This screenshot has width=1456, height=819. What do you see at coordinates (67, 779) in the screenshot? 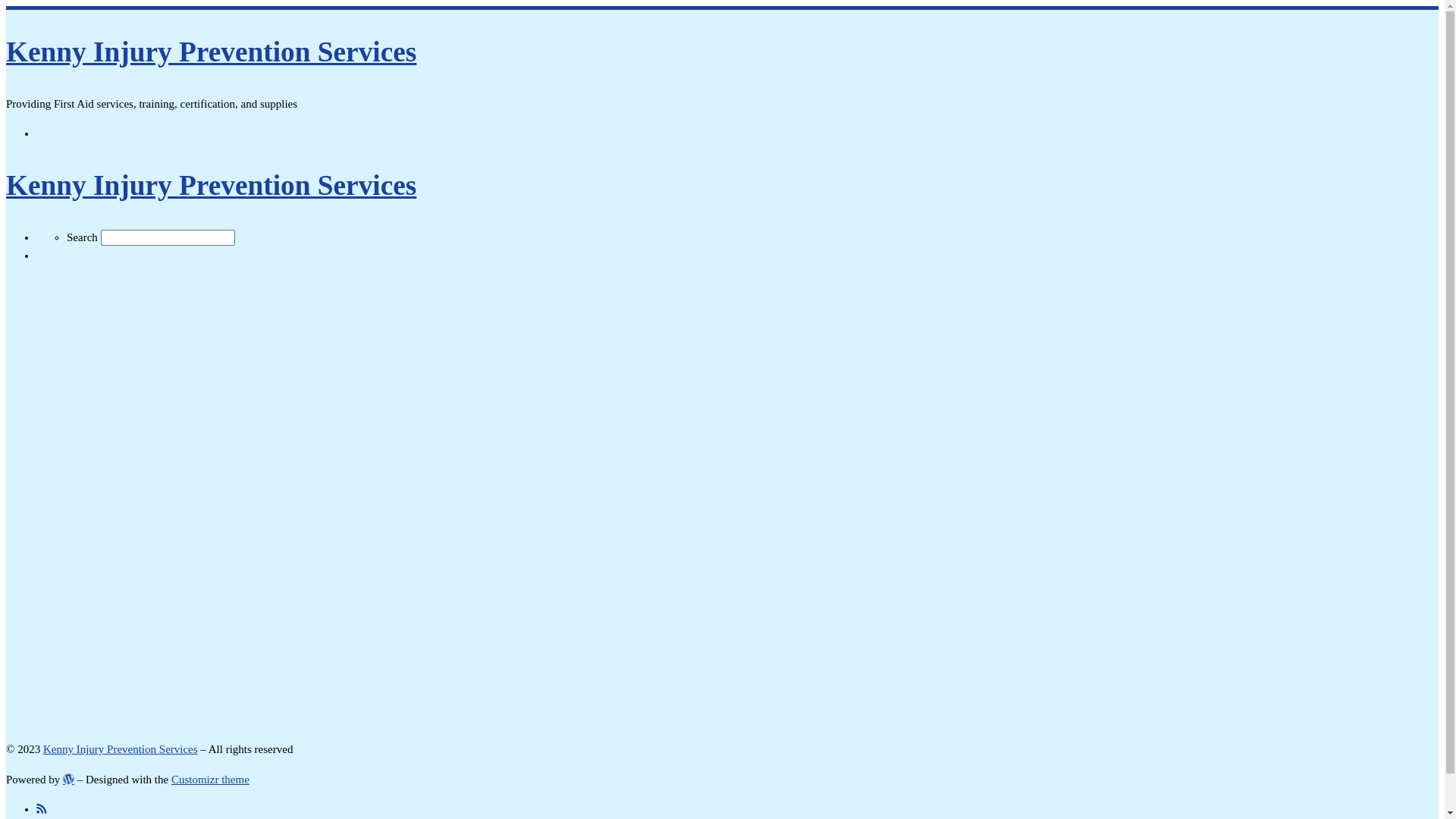
I see `'Powered by WordPress'` at bounding box center [67, 779].